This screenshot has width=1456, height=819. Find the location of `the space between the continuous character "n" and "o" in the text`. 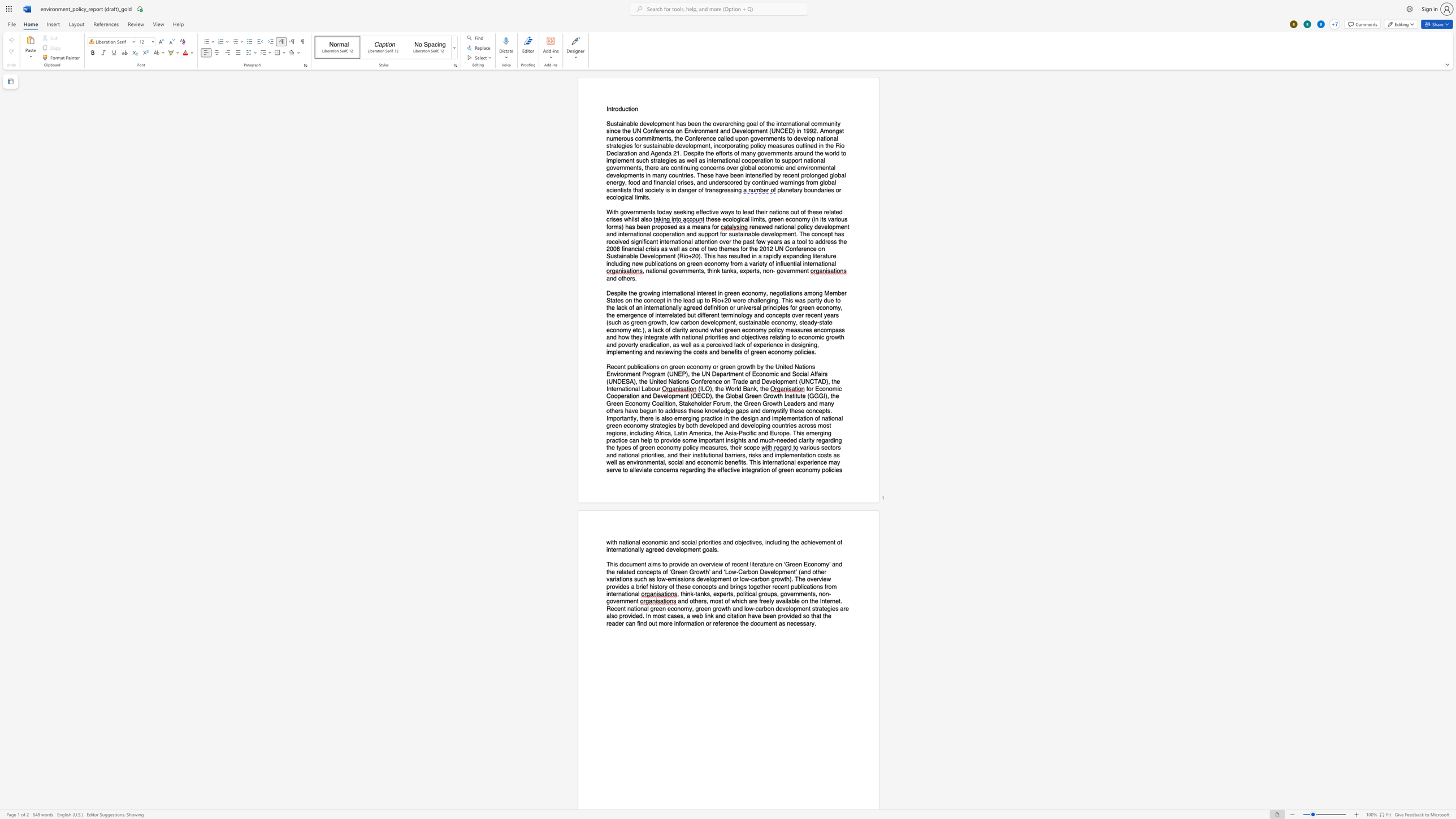

the space between the continuous character "n" and "o" in the text is located at coordinates (669, 447).